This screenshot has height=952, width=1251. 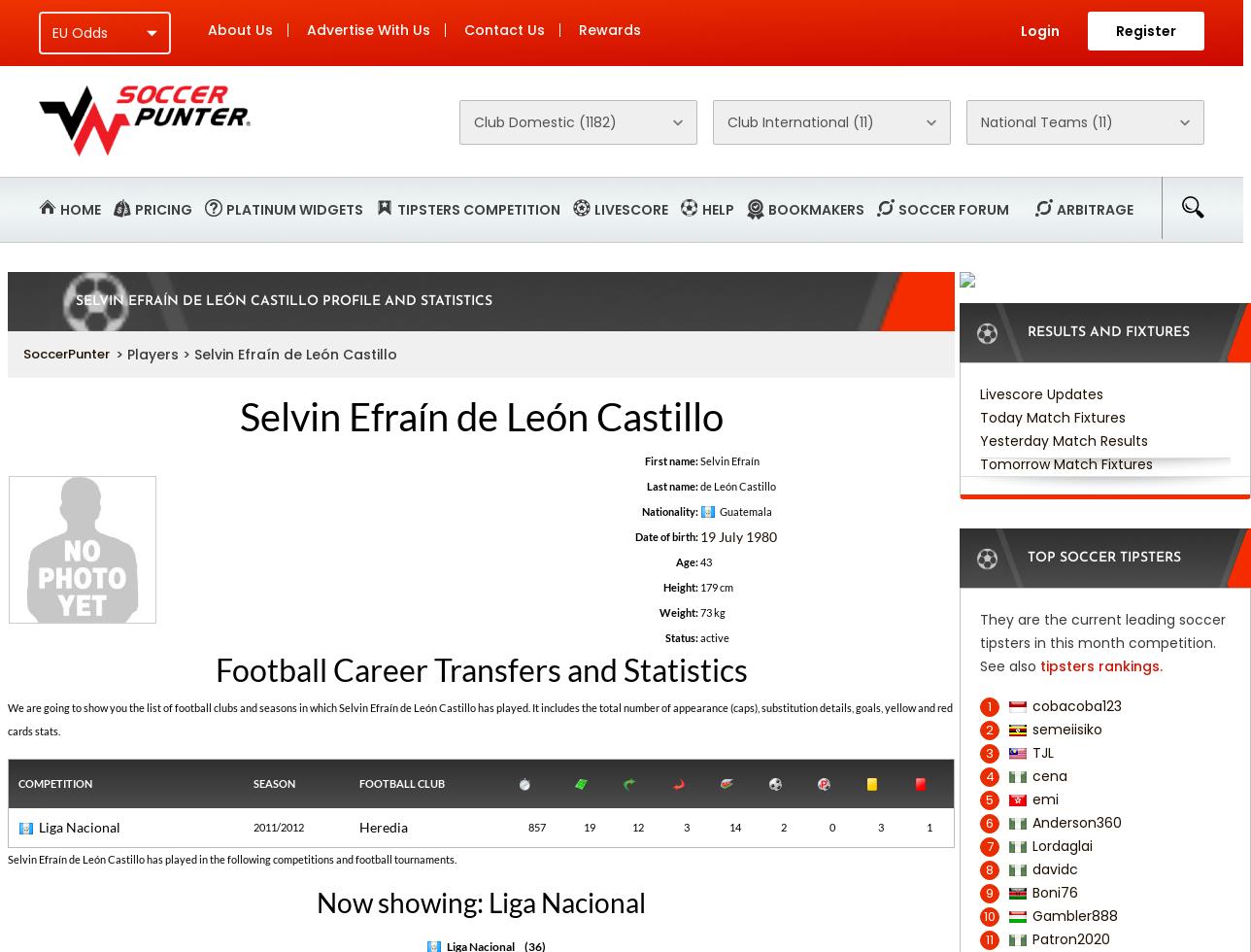 I want to click on 'Yesterday Match Results', so click(x=1064, y=441).